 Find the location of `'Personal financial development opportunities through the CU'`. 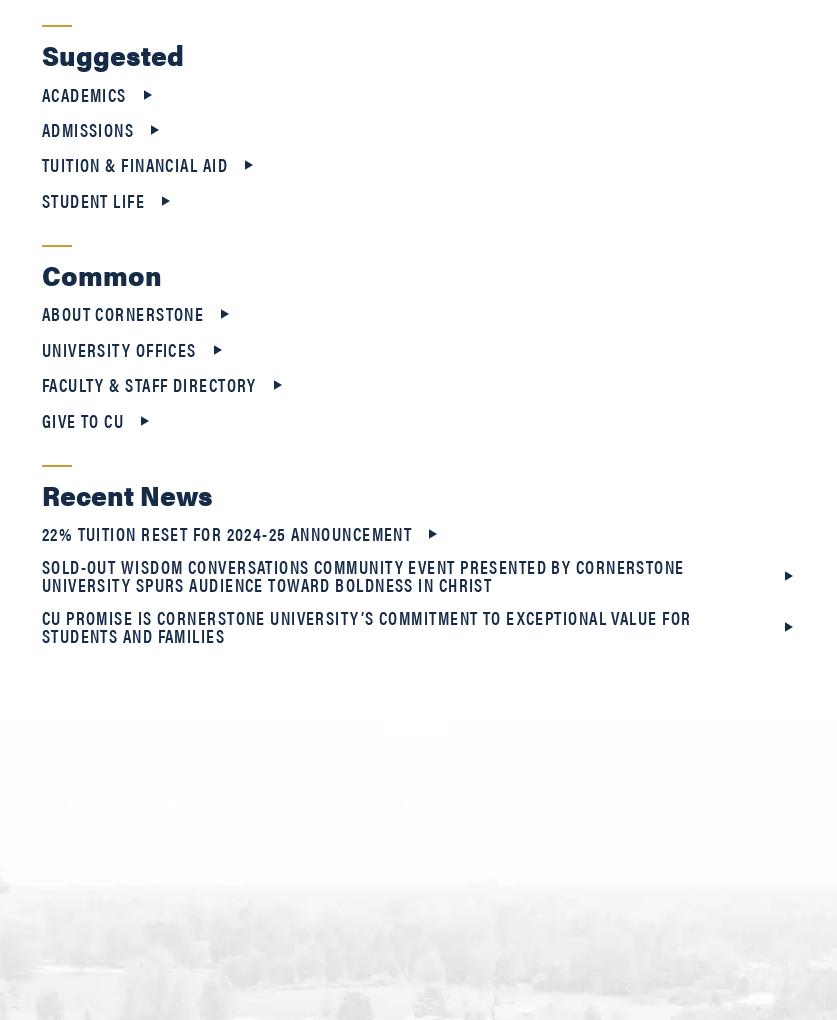

'Personal financial development opportunities through the CU' is located at coordinates (309, 832).